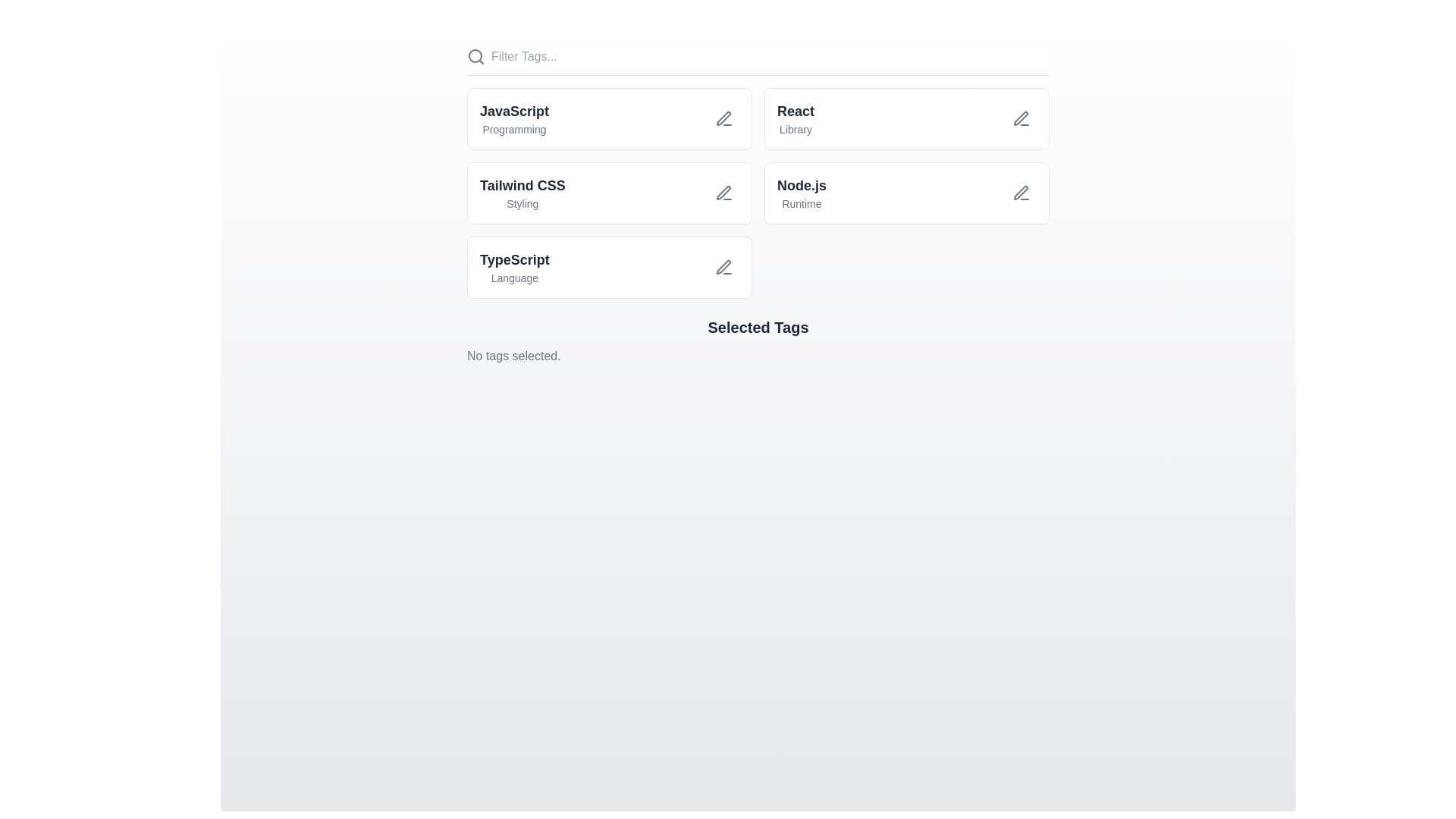 This screenshot has width=1456, height=819. Describe the element at coordinates (514, 278) in the screenshot. I see `the static text label that displays the word 'Language', which is positioned below the bold 'TypeScript' text in a lighter gray color` at that location.